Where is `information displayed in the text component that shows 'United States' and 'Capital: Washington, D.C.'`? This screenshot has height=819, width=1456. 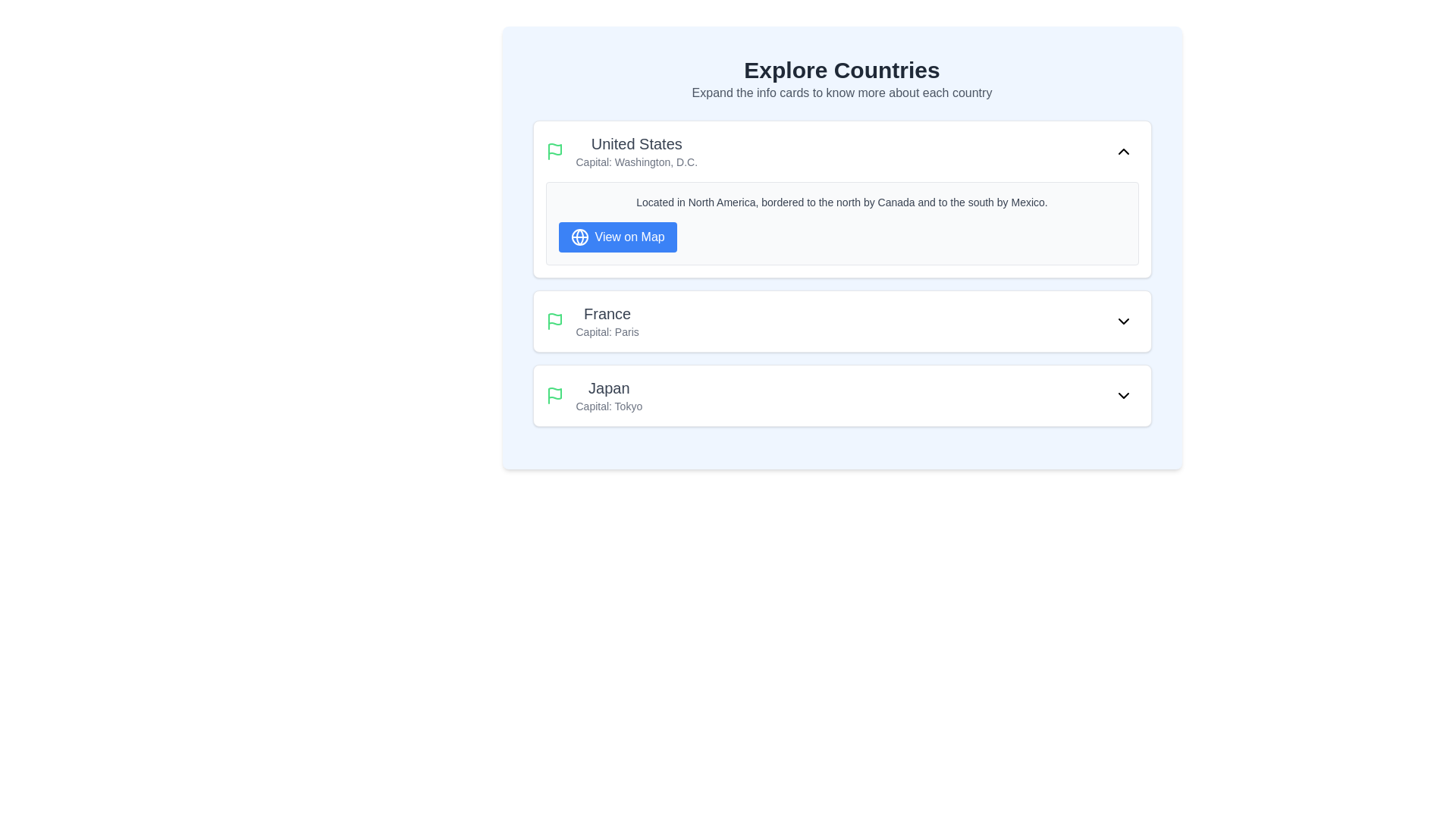
information displayed in the text component that shows 'United States' and 'Capital: Washington, D.C.' is located at coordinates (636, 152).